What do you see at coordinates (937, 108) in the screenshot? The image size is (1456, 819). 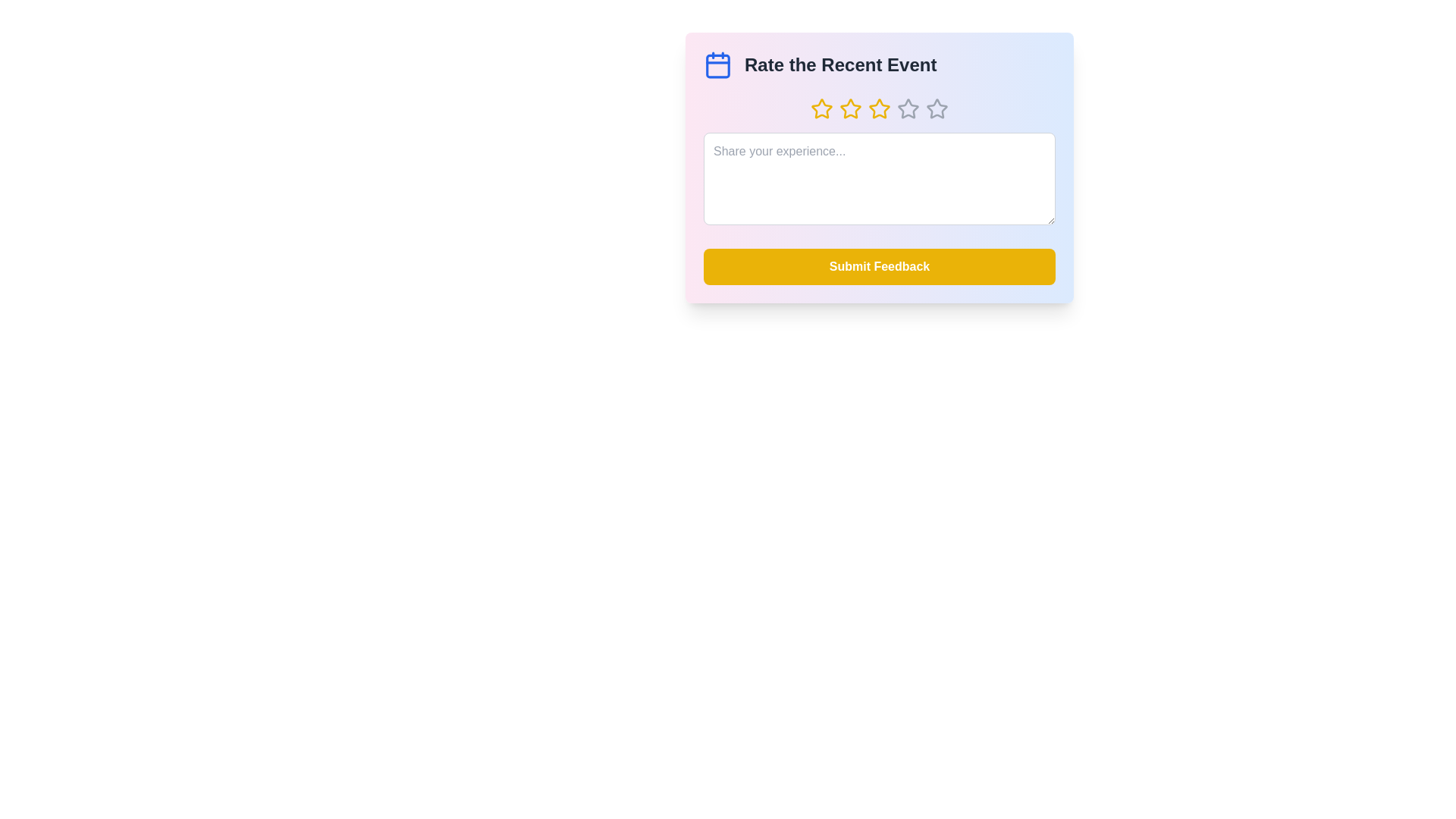 I see `the star corresponding to the desired rating of 5` at bounding box center [937, 108].